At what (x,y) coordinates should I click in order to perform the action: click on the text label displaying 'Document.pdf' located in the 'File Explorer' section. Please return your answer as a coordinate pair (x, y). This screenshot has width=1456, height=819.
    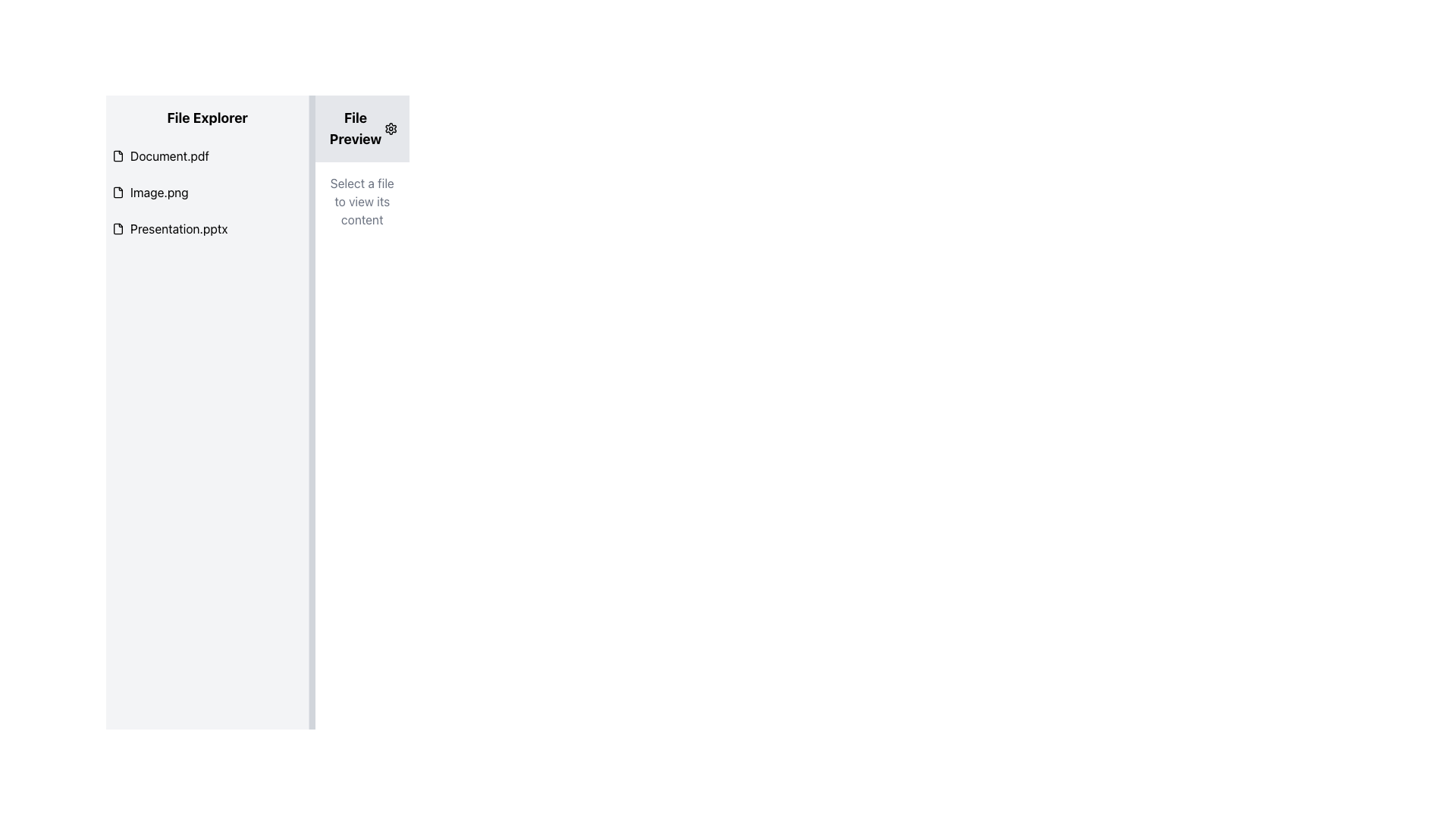
    Looking at the image, I should click on (170, 155).